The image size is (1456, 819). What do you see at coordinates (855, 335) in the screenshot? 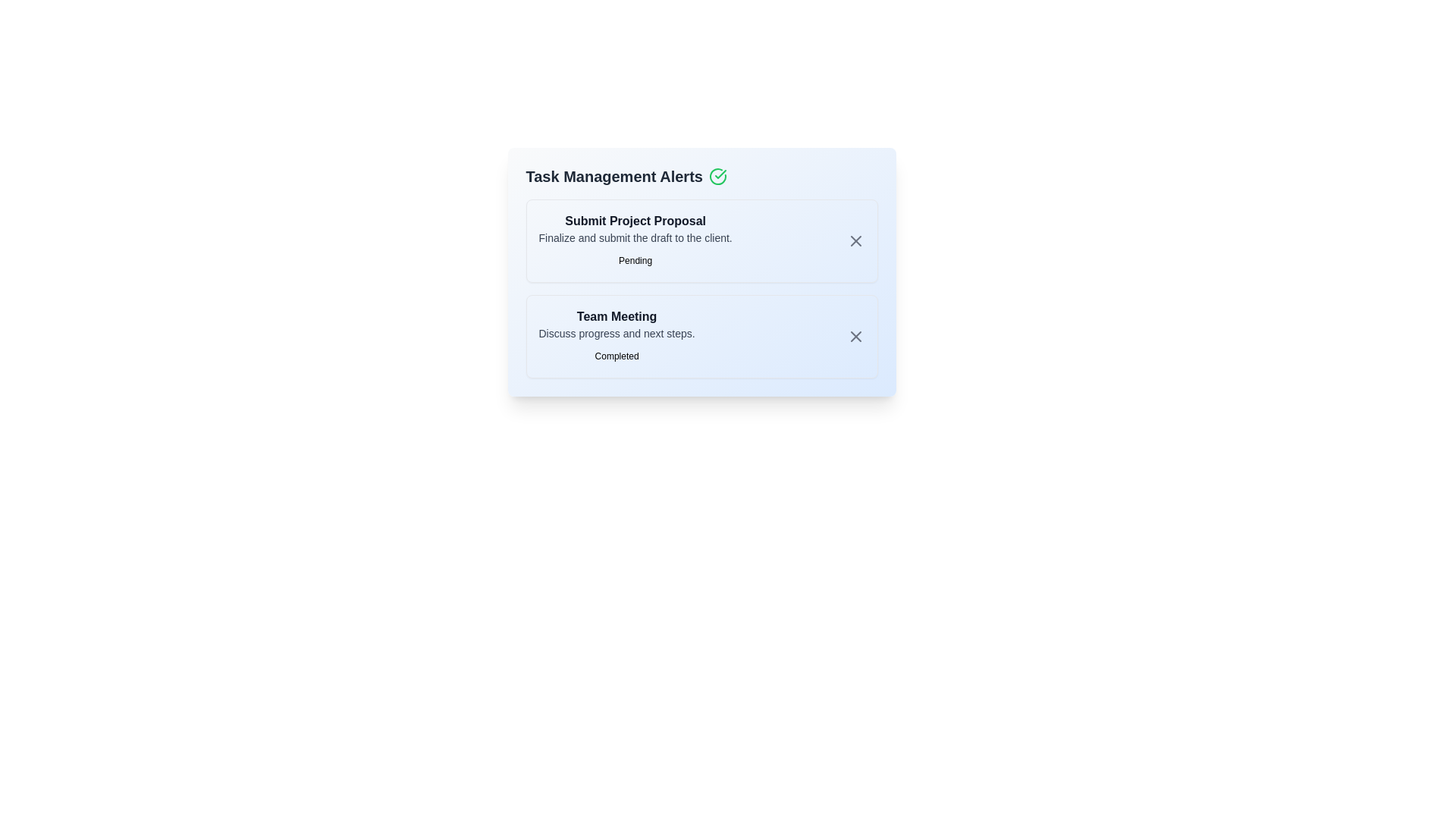
I see `'X' button next to the task titled 'Team Meeting' to dismiss it` at bounding box center [855, 335].